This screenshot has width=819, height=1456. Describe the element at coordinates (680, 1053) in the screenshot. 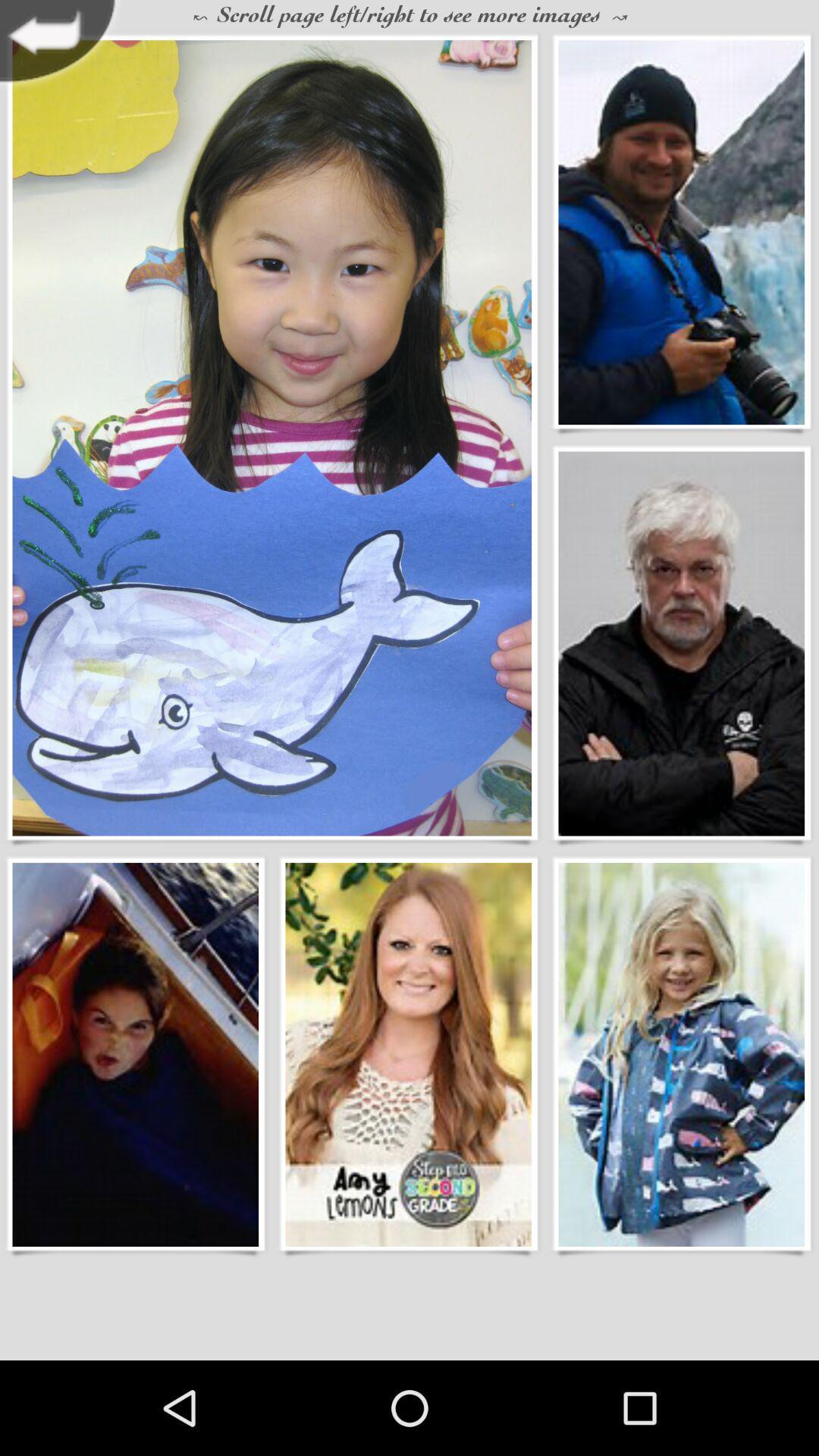

I see `image` at that location.